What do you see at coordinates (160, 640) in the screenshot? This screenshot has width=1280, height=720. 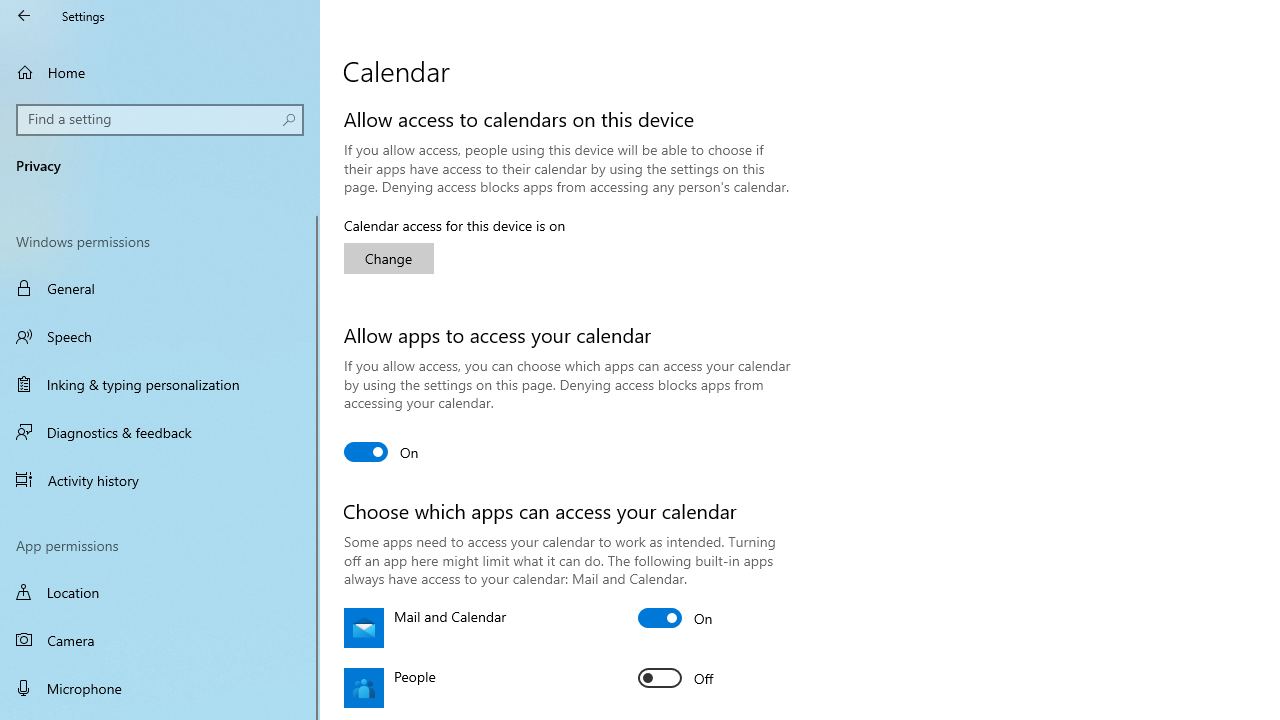 I see `'Camera'` at bounding box center [160, 640].